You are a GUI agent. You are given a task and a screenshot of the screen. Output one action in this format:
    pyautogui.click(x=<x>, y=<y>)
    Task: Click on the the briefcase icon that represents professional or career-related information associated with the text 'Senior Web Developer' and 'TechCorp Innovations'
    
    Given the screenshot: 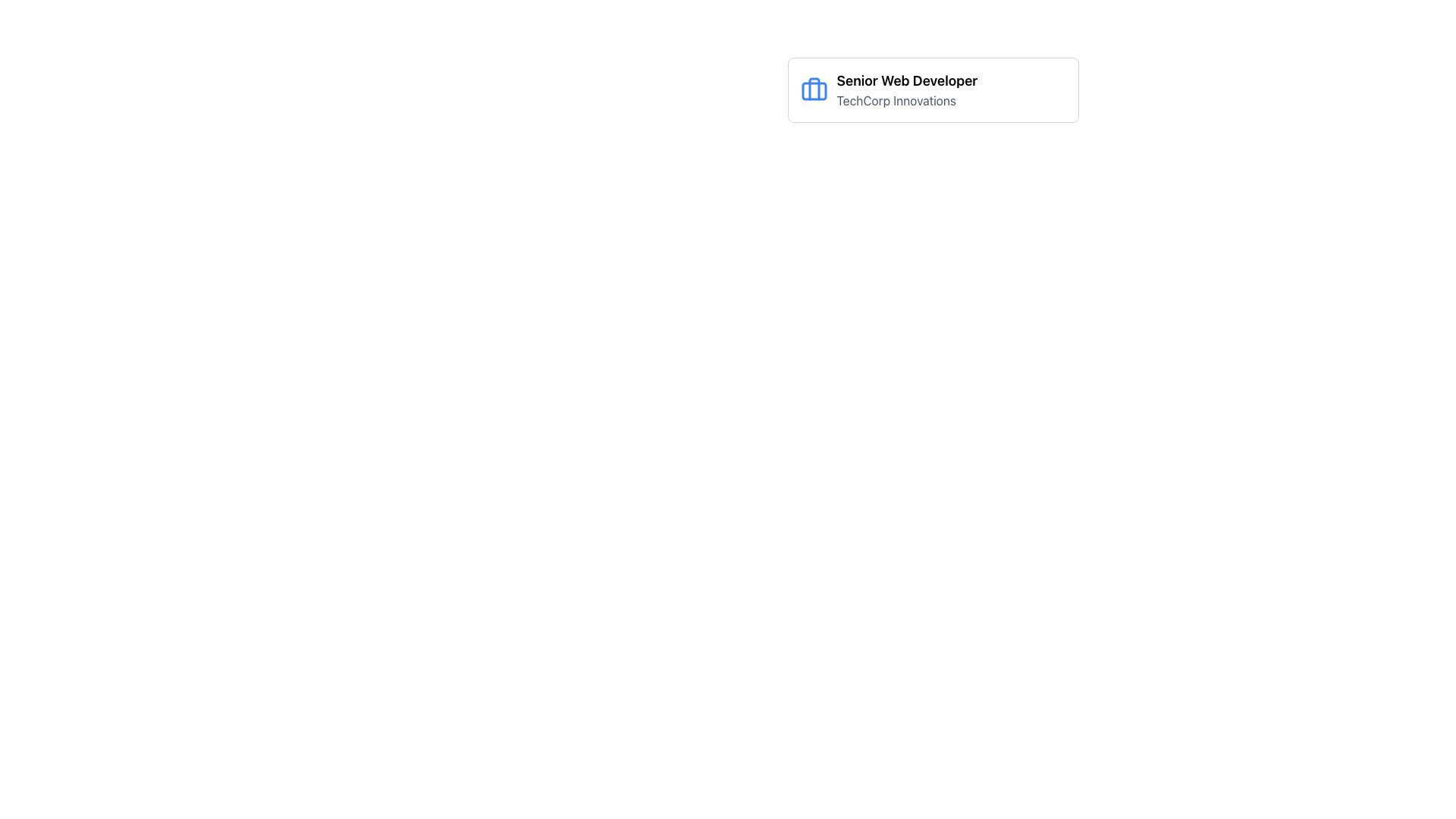 What is the action you would take?
    pyautogui.click(x=813, y=90)
    